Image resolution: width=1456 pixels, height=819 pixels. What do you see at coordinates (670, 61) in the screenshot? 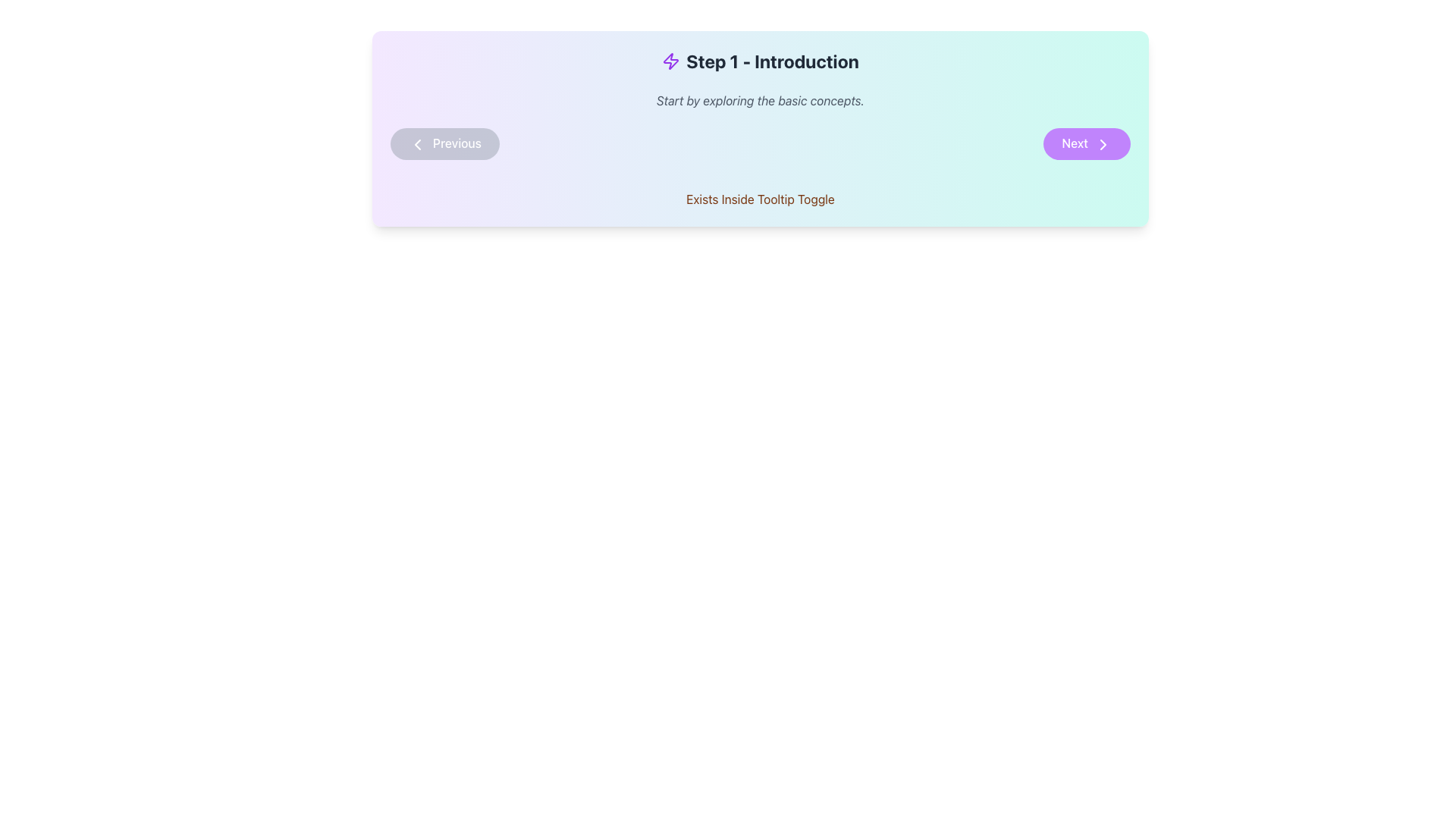
I see `the small purple lightning bolt icon located to the left of the text 'Step 1 - Introduction'` at bounding box center [670, 61].